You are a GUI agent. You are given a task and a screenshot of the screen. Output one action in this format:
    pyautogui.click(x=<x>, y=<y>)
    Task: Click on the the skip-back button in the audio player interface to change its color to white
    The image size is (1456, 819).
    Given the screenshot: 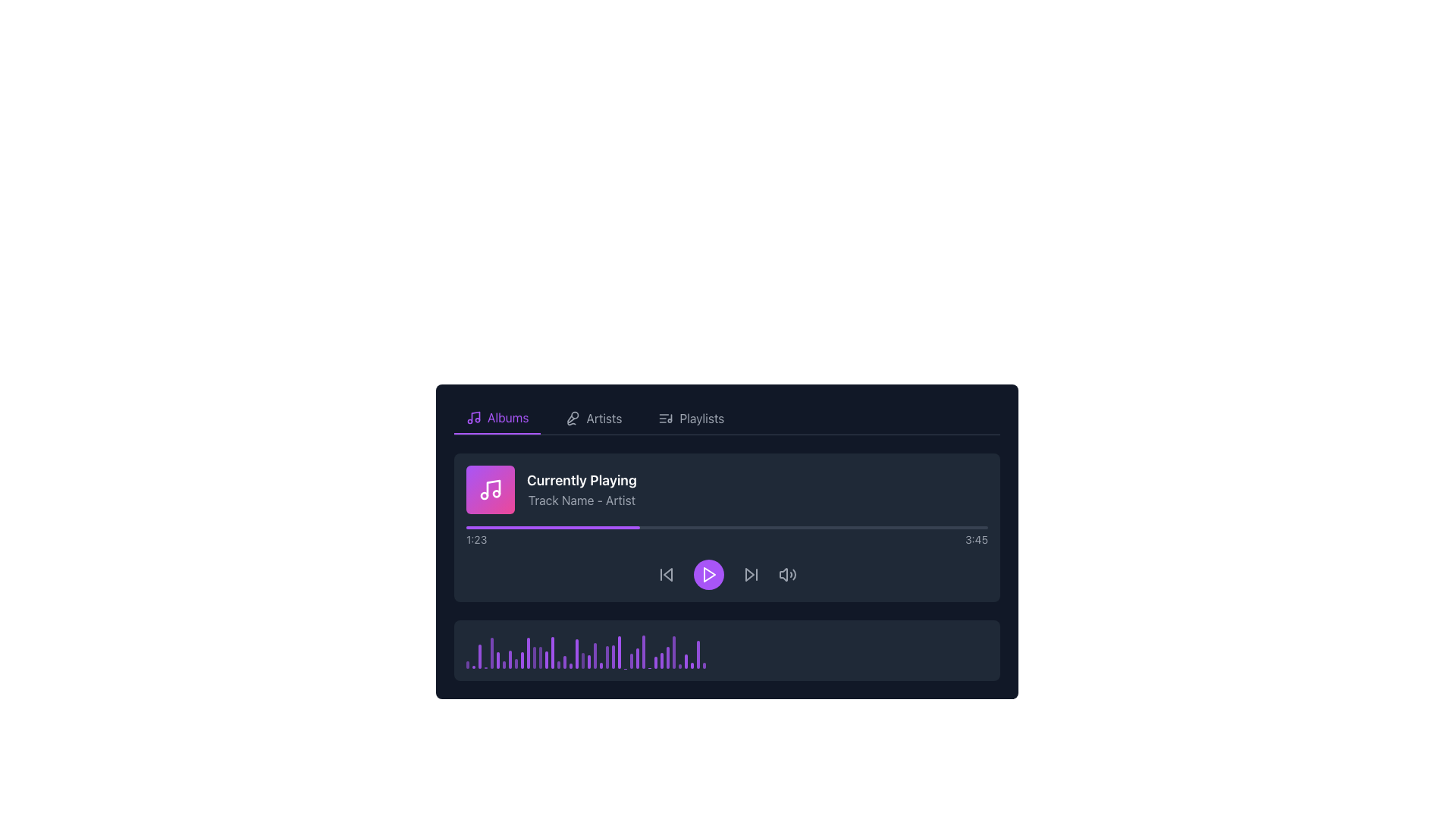 What is the action you would take?
    pyautogui.click(x=666, y=575)
    